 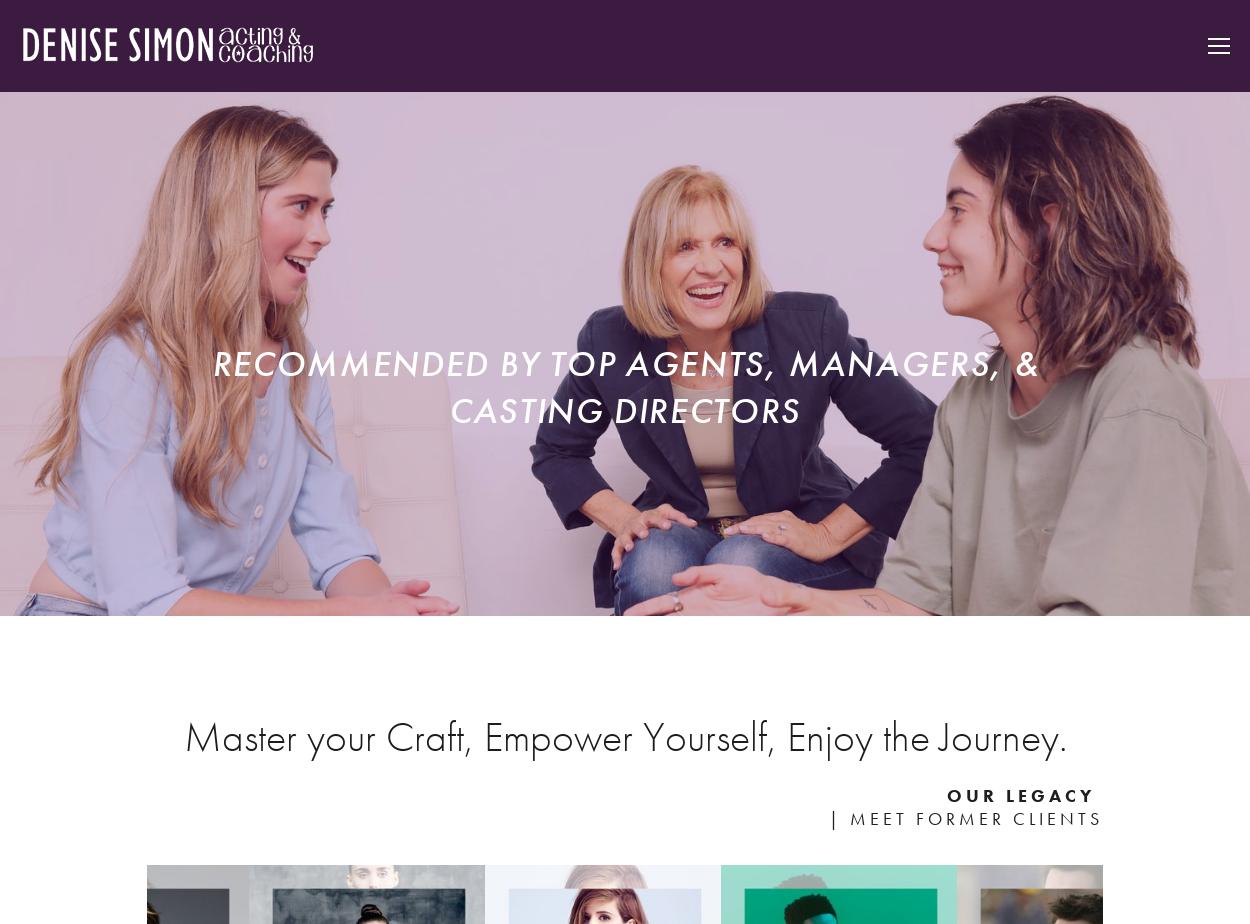 I want to click on 'our leGACY', so click(x=1025, y=794).